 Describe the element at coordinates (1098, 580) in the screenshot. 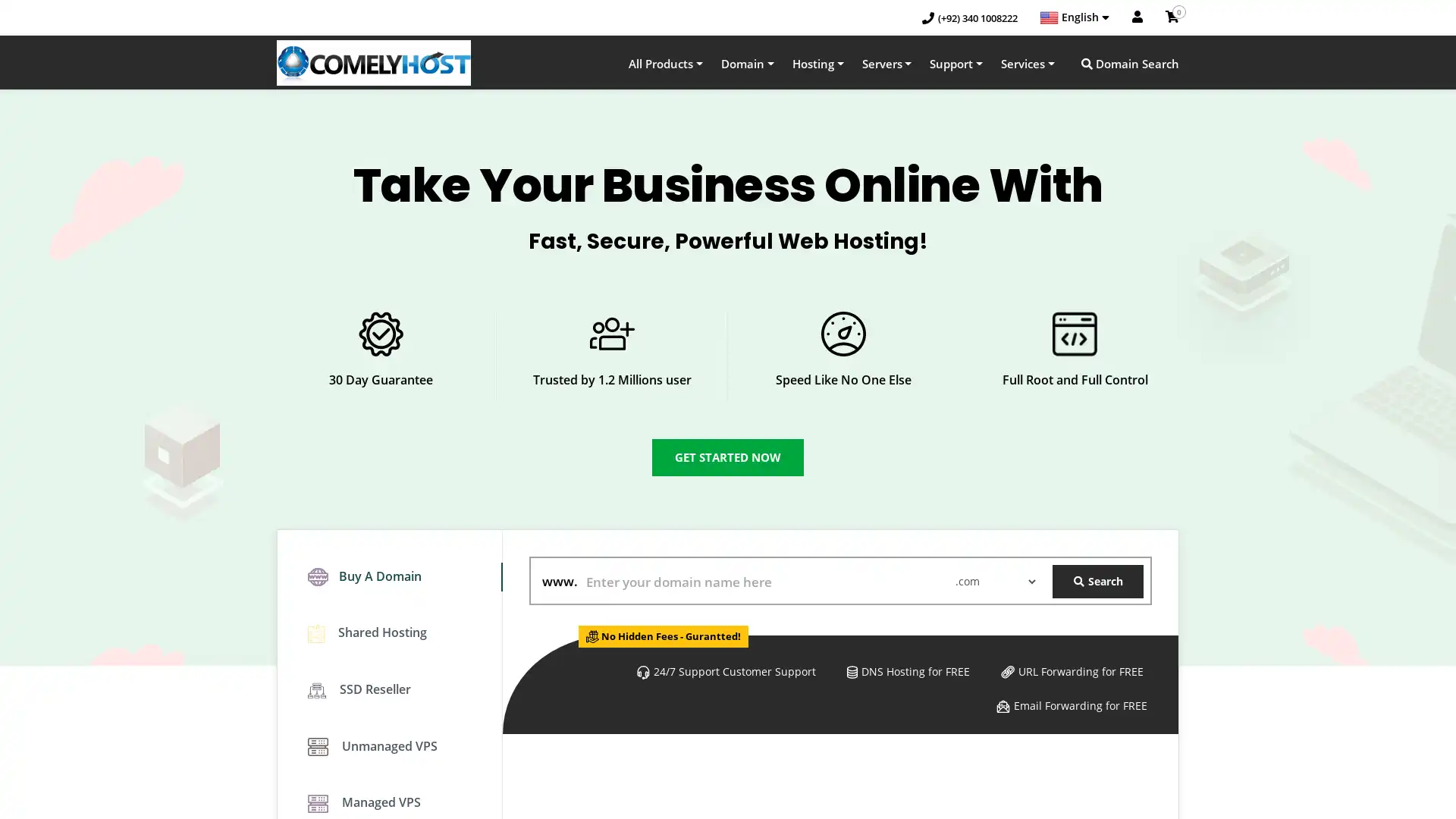

I see `Search` at that location.